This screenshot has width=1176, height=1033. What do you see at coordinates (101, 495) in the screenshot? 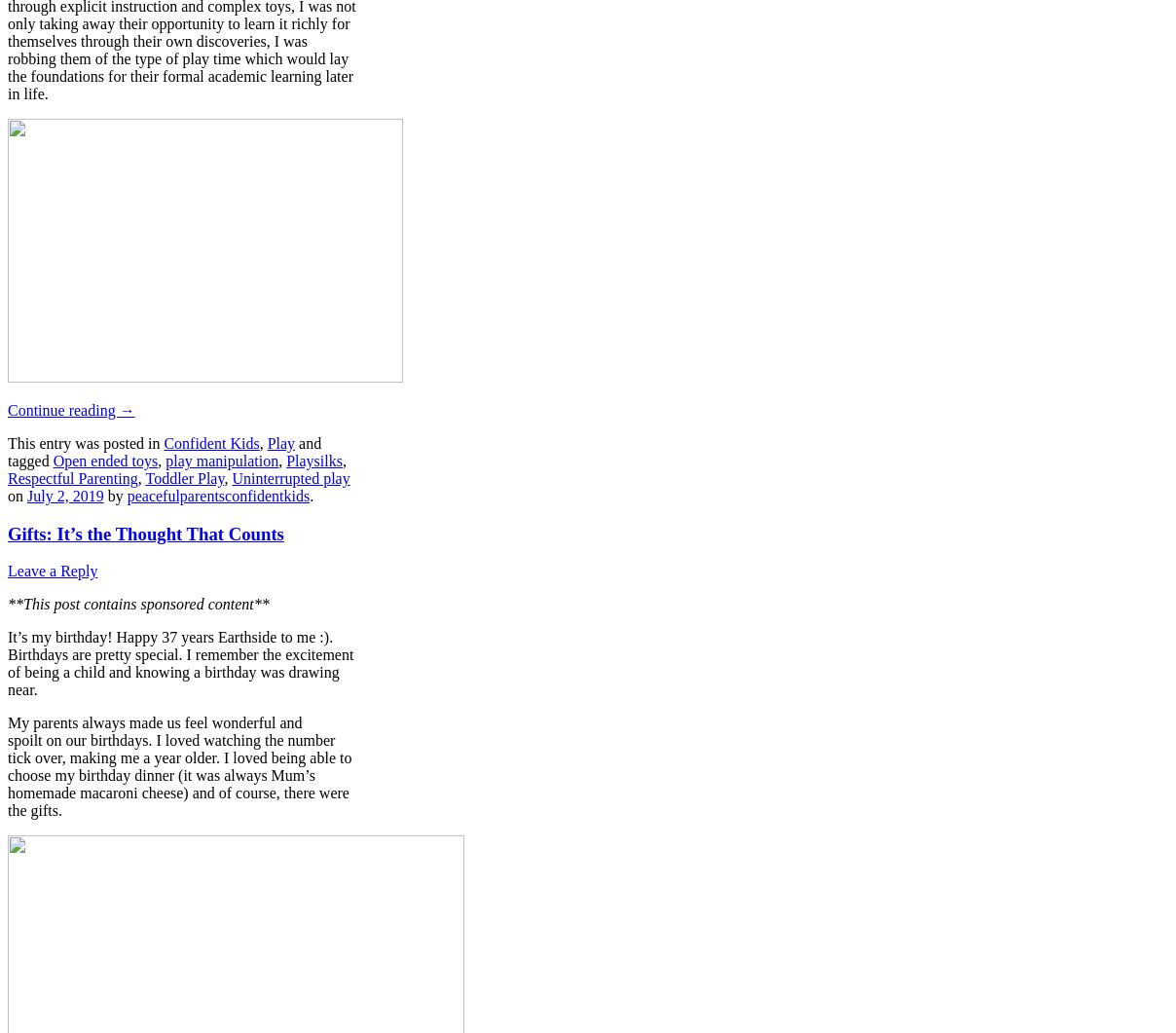
I see `'by'` at bounding box center [101, 495].